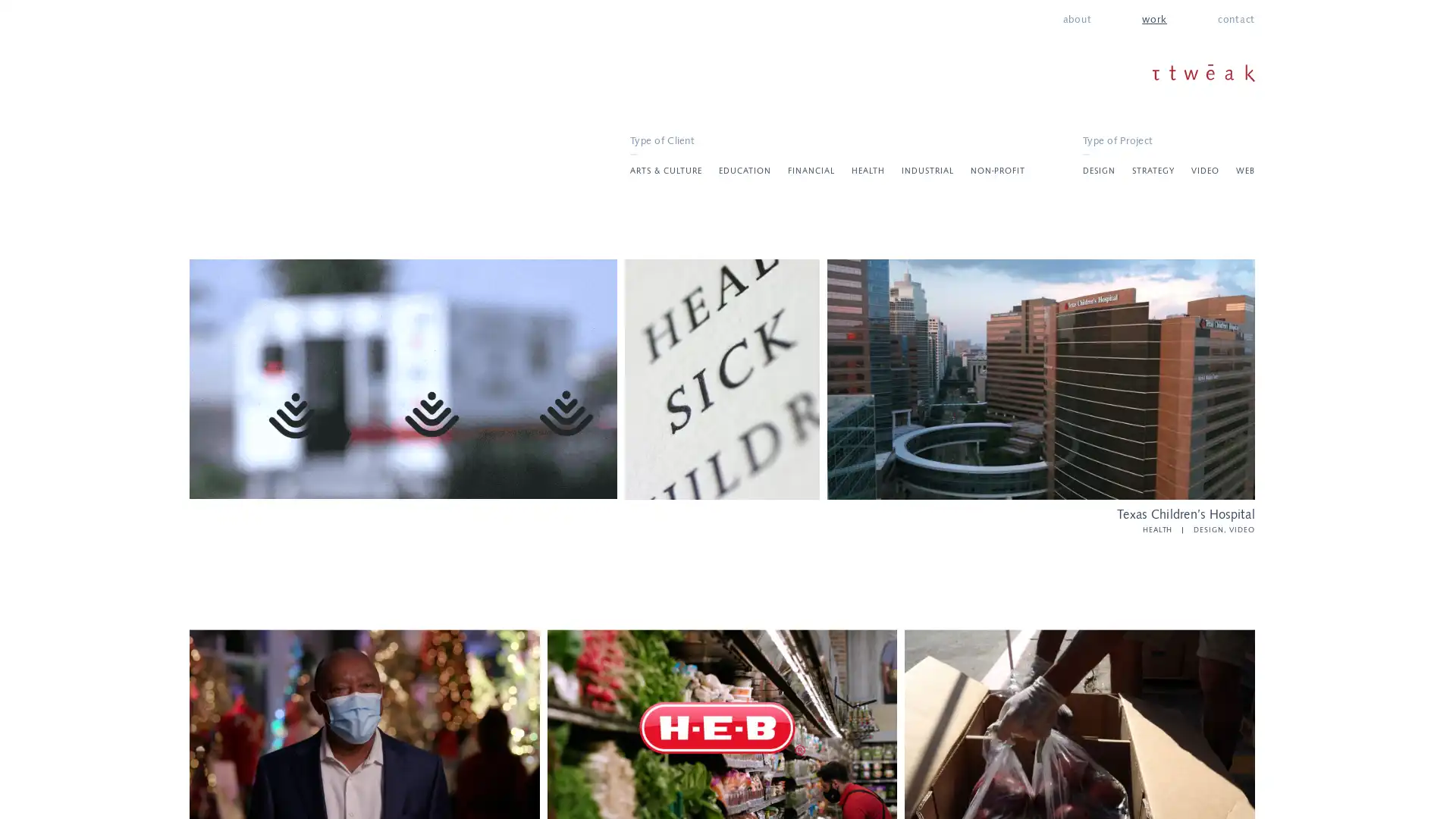  I want to click on FINANCIAL, so click(811, 171).